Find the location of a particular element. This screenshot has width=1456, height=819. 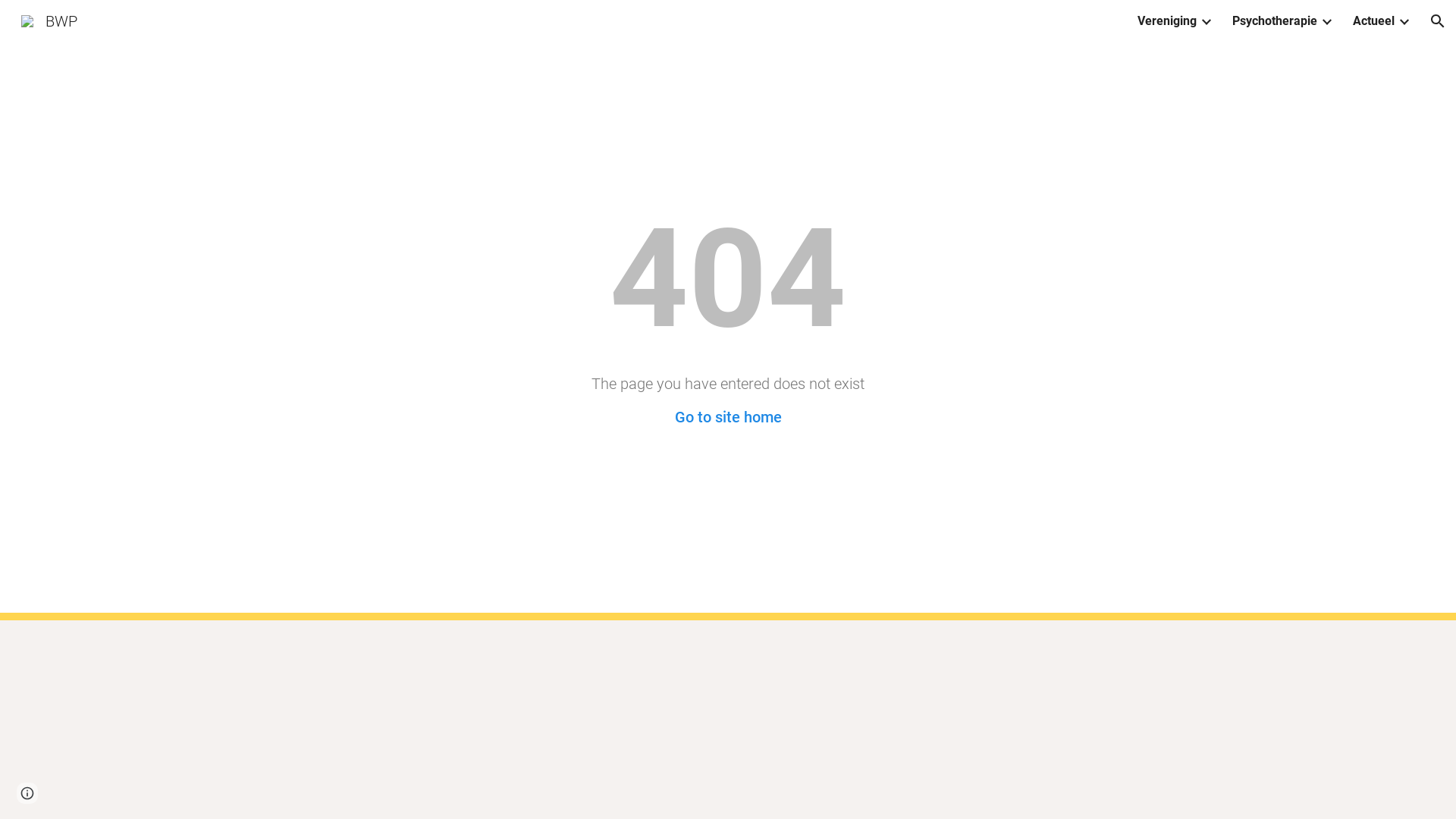

'Expand/Collapse' is located at coordinates (1197, 20).